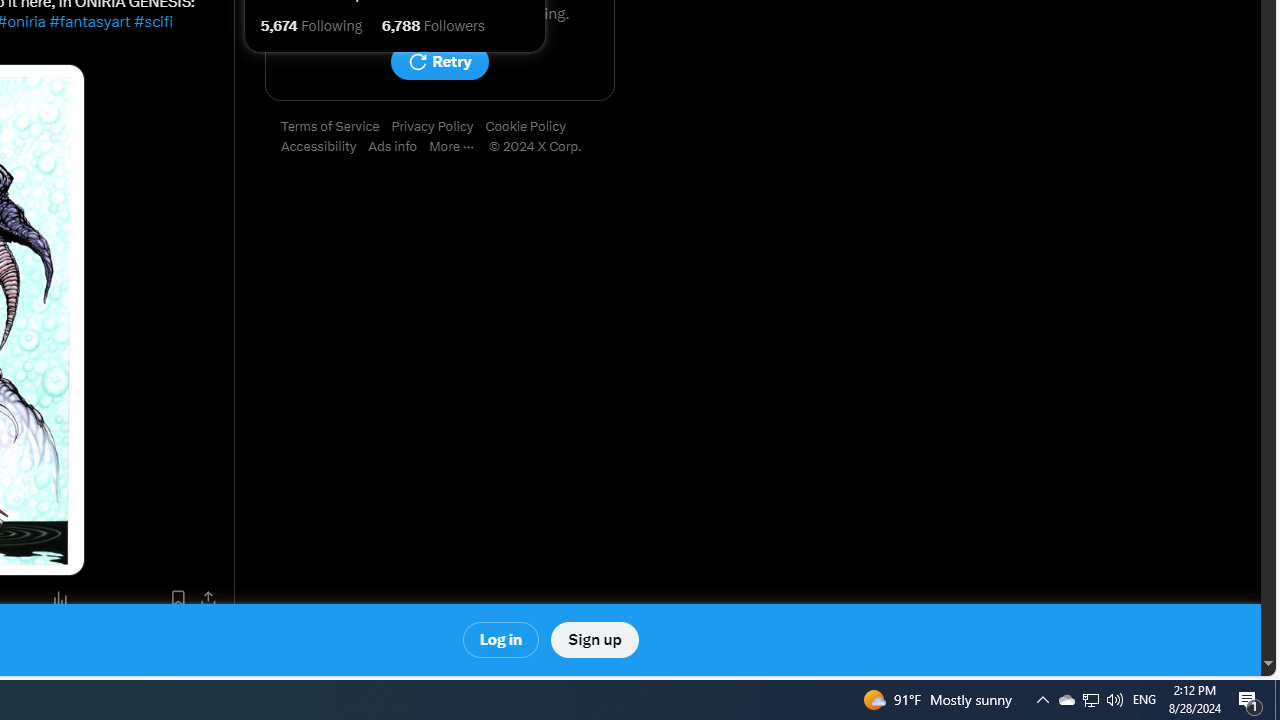 The image size is (1280, 720). I want to click on 'Accessibility', so click(325, 146).